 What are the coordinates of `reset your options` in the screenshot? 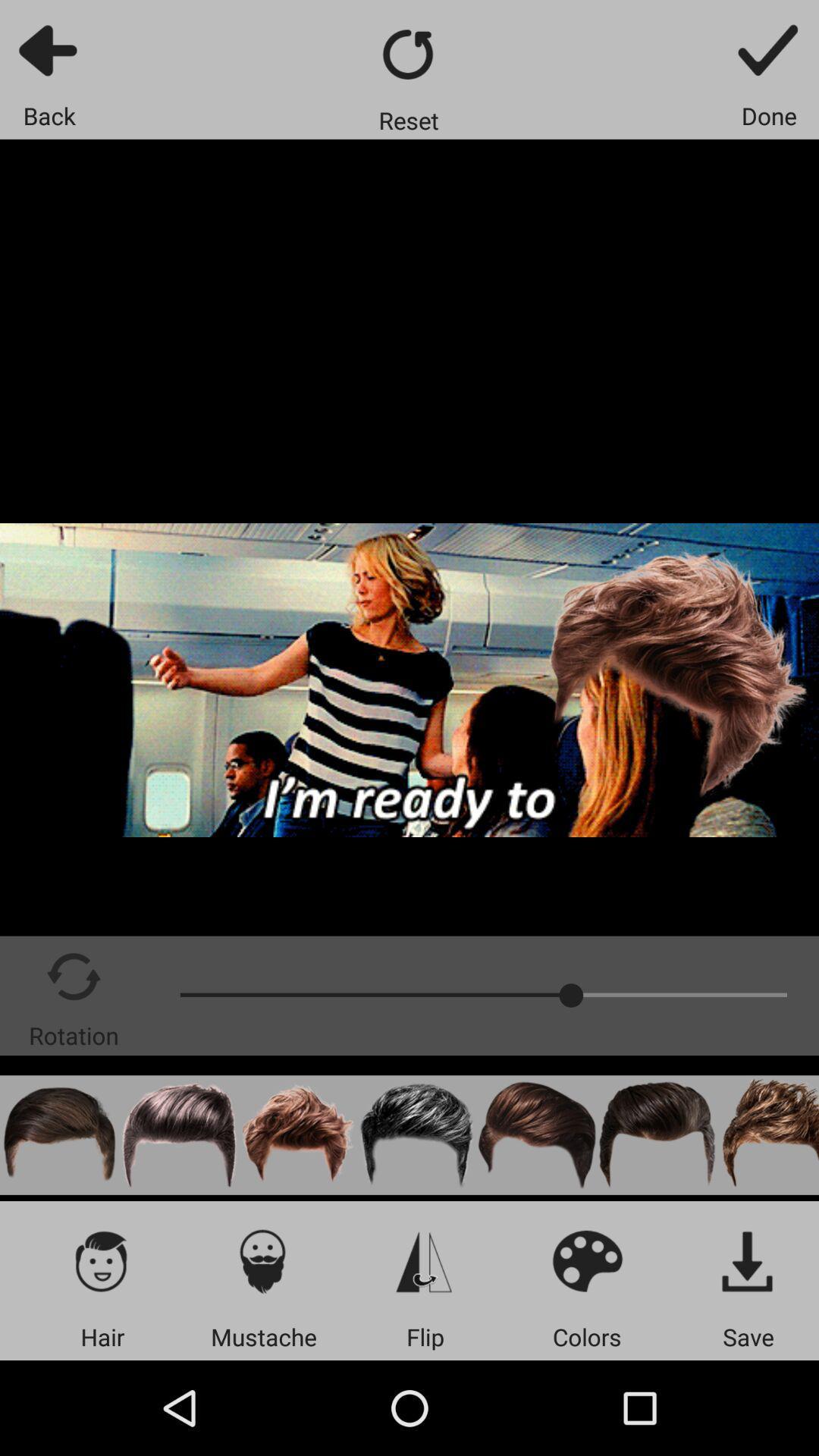 It's located at (408, 54).